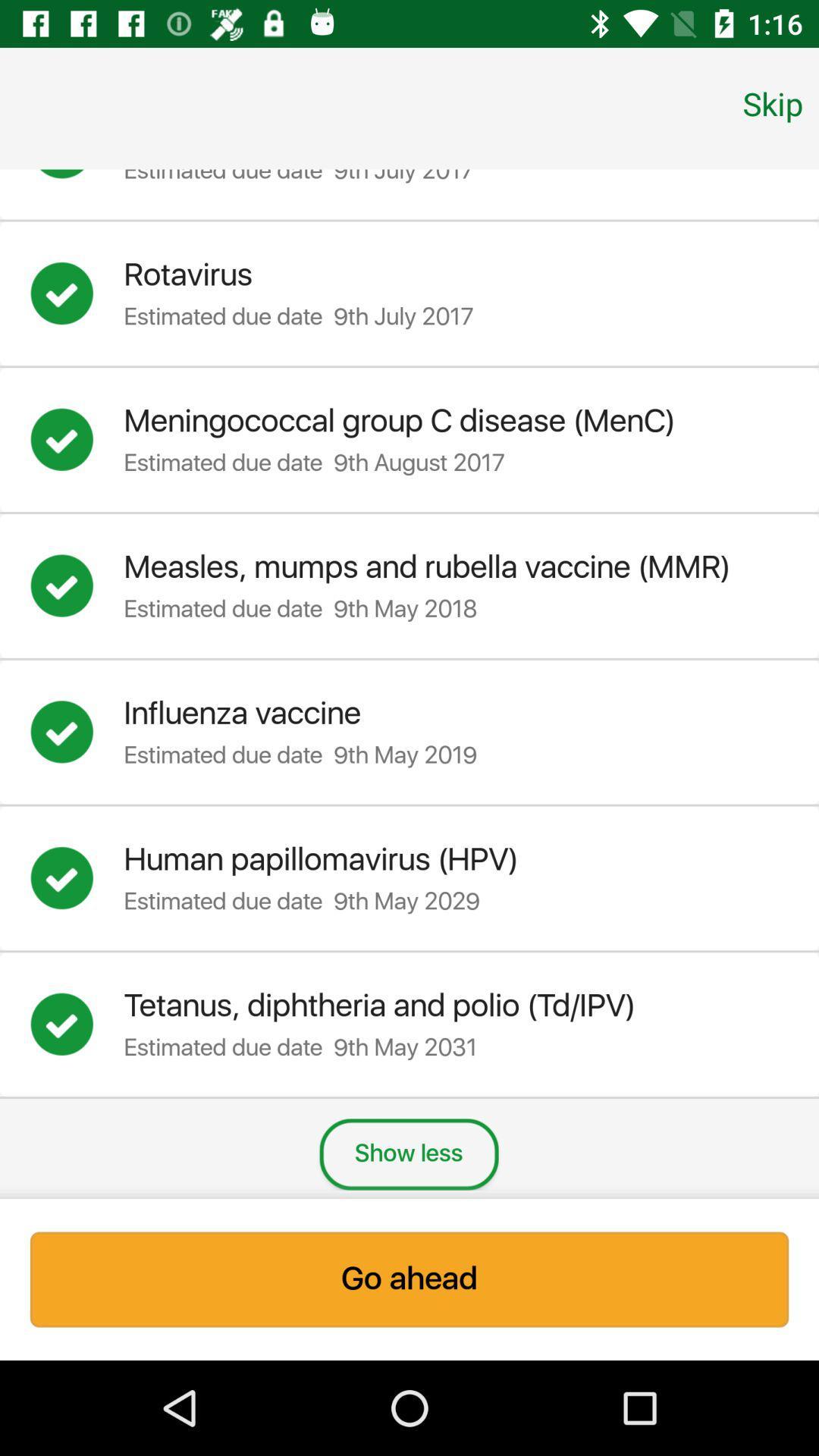  What do you see at coordinates (773, 102) in the screenshot?
I see `skip item` at bounding box center [773, 102].